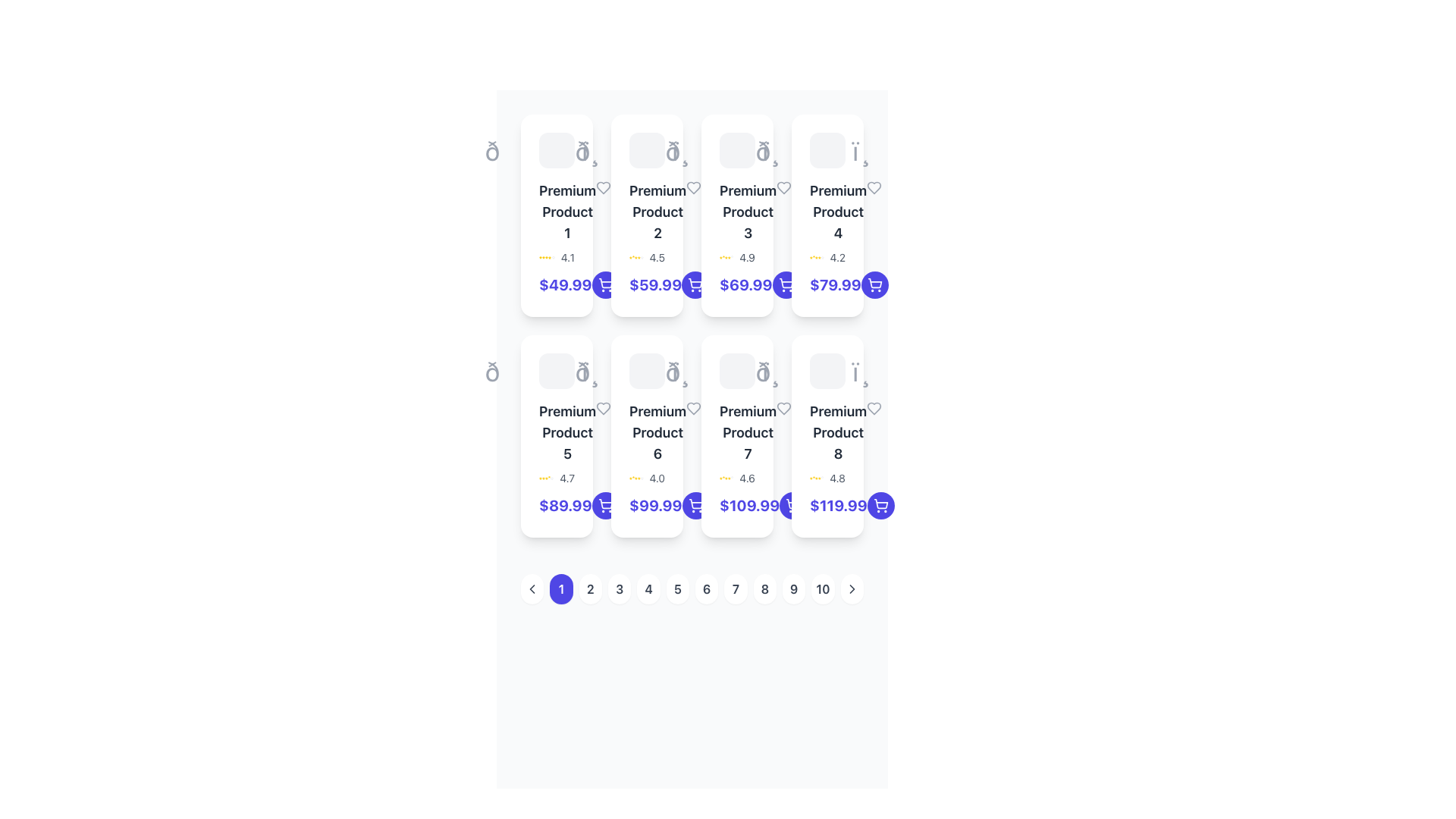 The width and height of the screenshot is (1456, 819). What do you see at coordinates (834, 284) in the screenshot?
I see `the Text Display showing the price '$79.99' in the fourth product card of the grid layout` at bounding box center [834, 284].